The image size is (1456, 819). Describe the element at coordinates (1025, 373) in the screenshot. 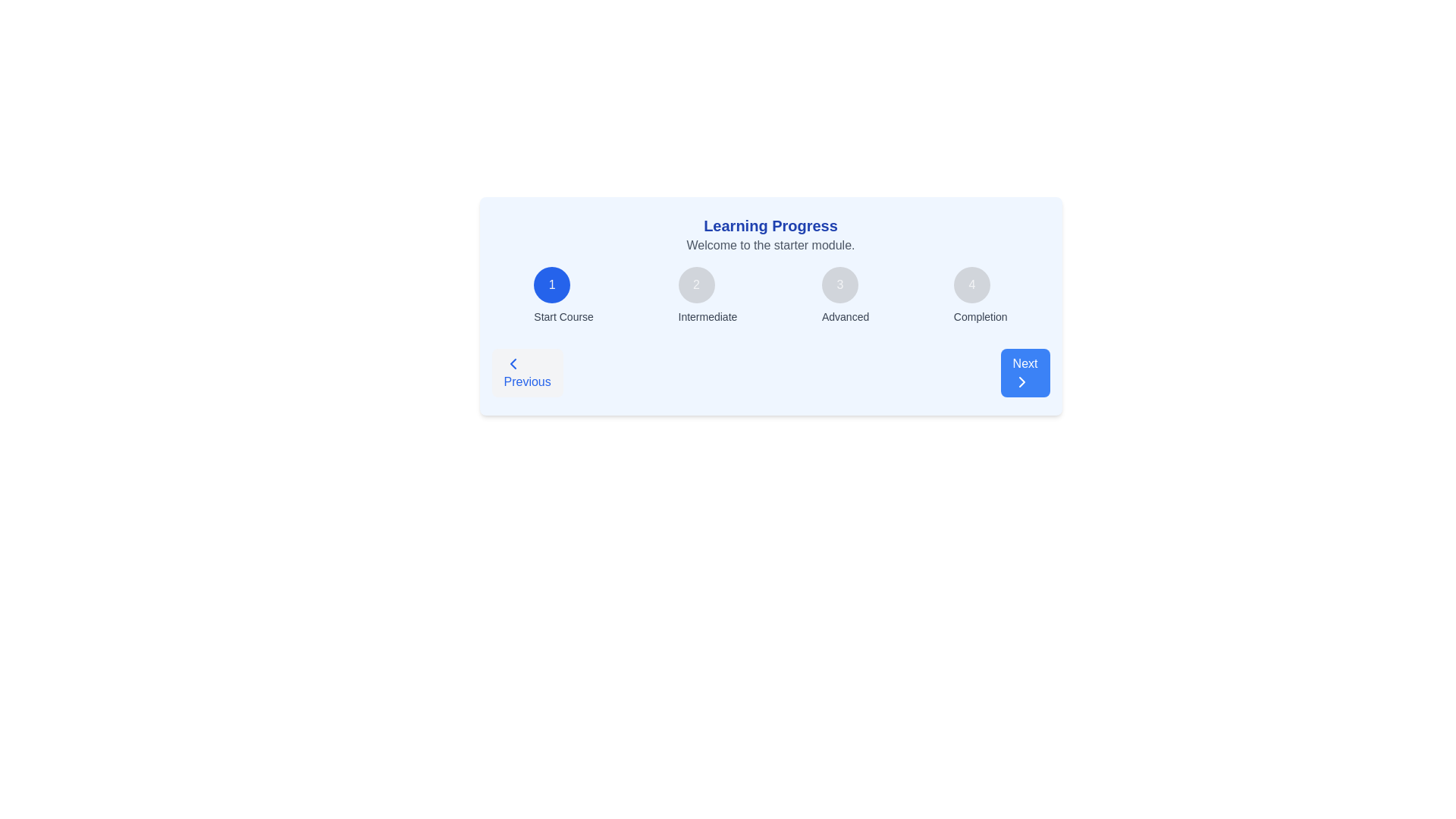

I see `the 'Next' button to navigate to the next step` at that location.